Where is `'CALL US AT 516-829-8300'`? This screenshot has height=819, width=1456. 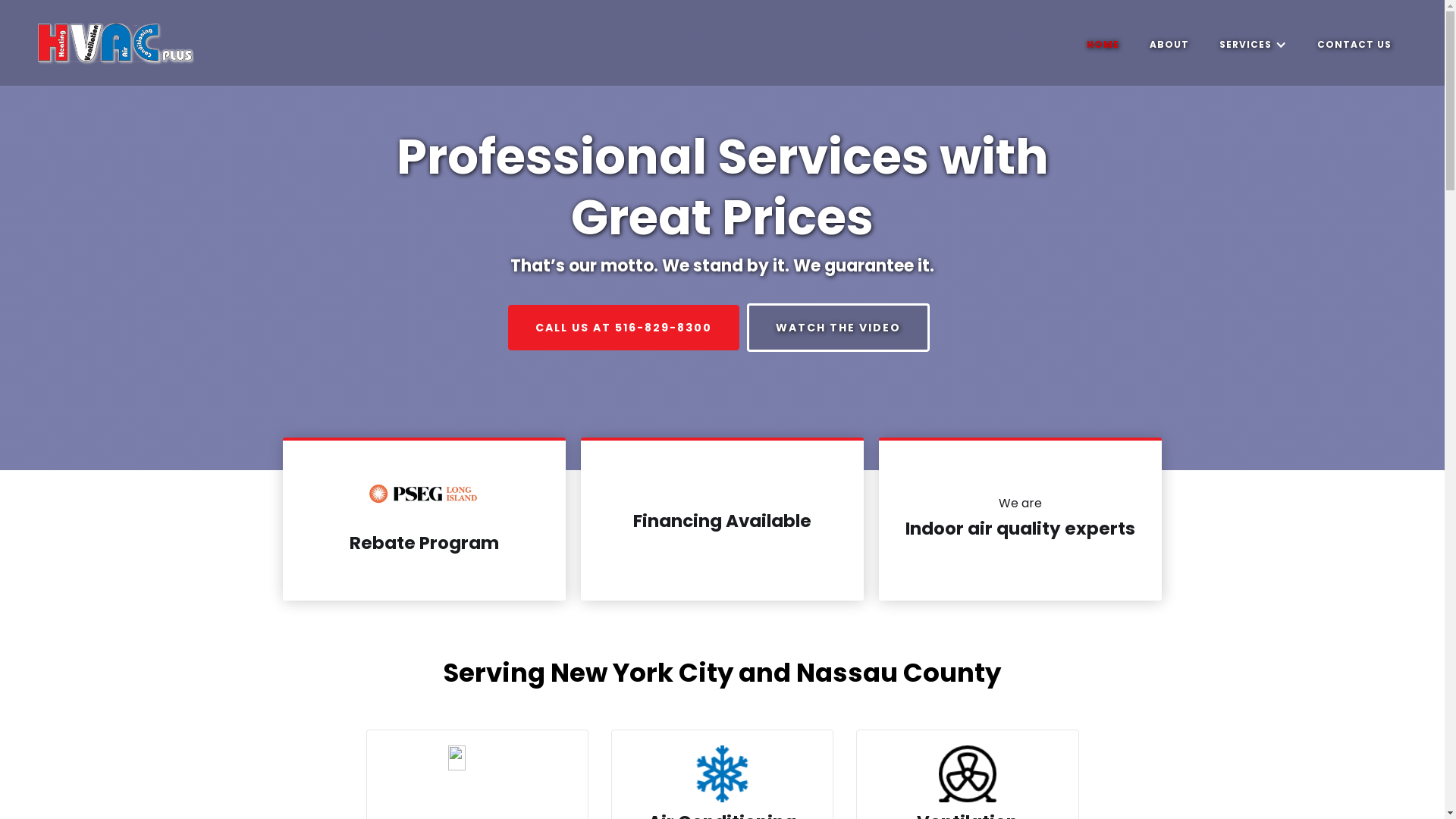 'CALL US AT 516-829-8300' is located at coordinates (623, 327).